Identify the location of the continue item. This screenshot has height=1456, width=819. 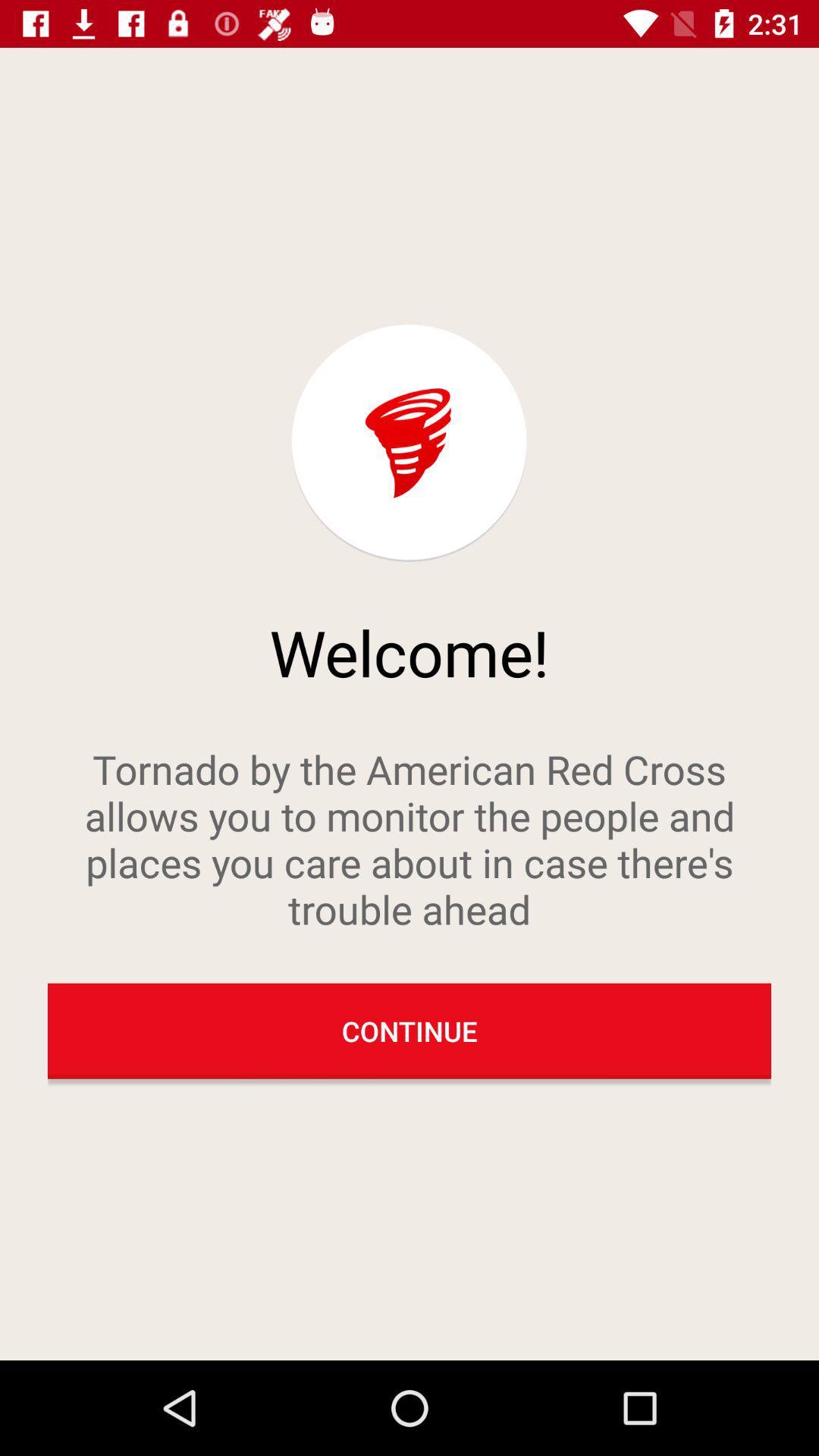
(409, 1031).